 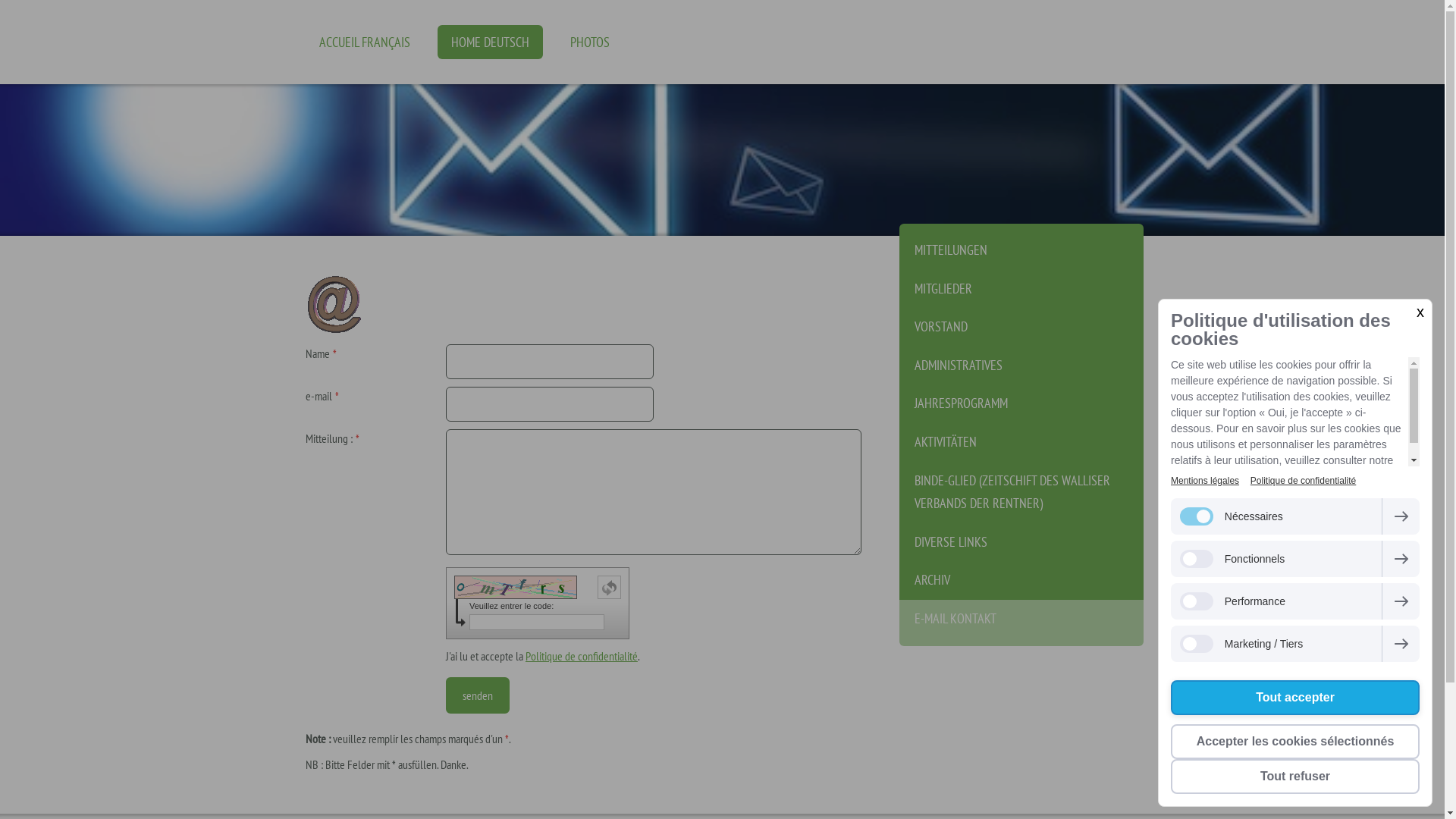 What do you see at coordinates (1294, 698) in the screenshot?
I see `'Tout accepter'` at bounding box center [1294, 698].